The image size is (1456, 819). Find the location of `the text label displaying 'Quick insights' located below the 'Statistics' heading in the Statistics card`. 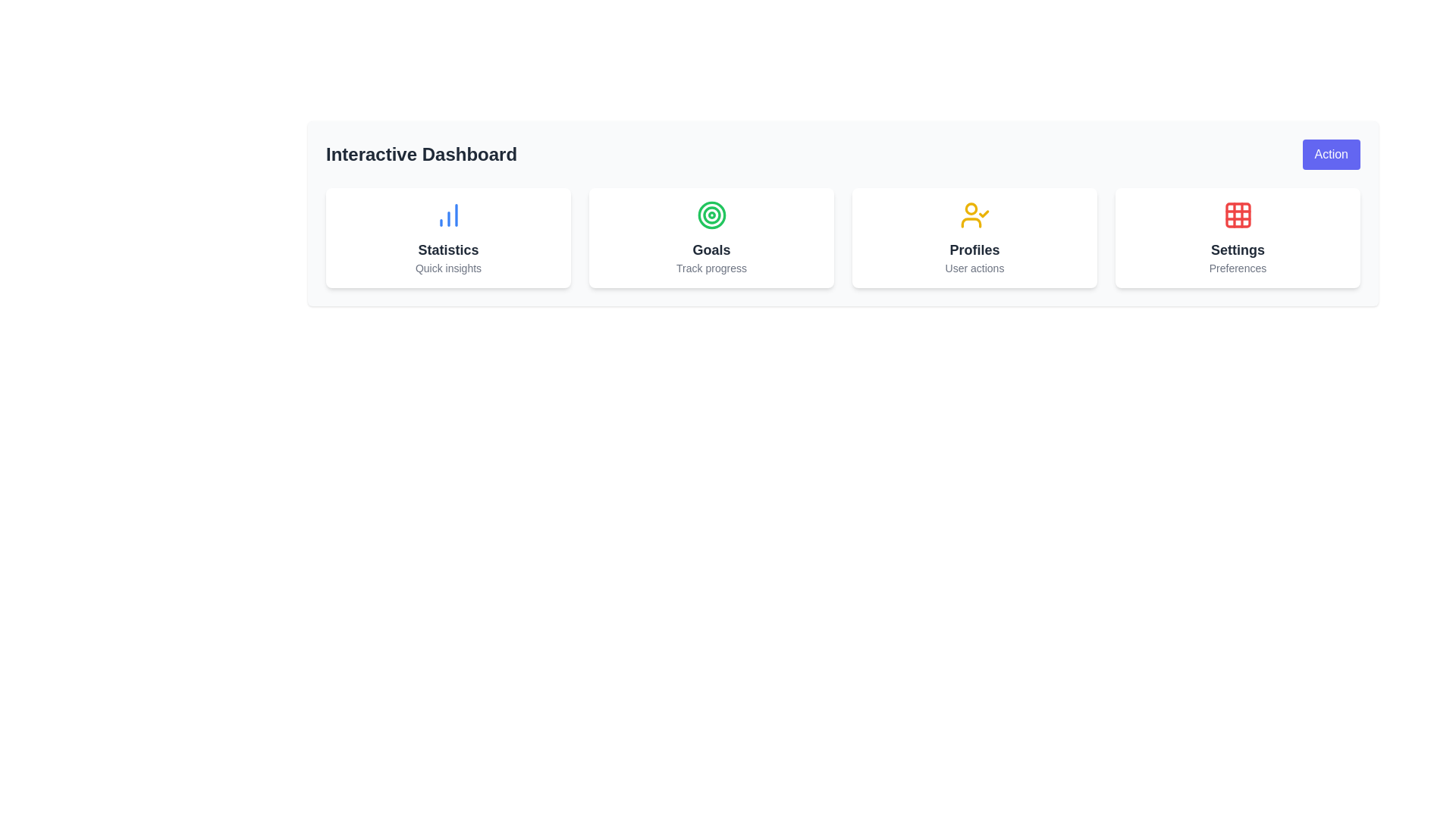

the text label displaying 'Quick insights' located below the 'Statistics' heading in the Statistics card is located at coordinates (447, 268).